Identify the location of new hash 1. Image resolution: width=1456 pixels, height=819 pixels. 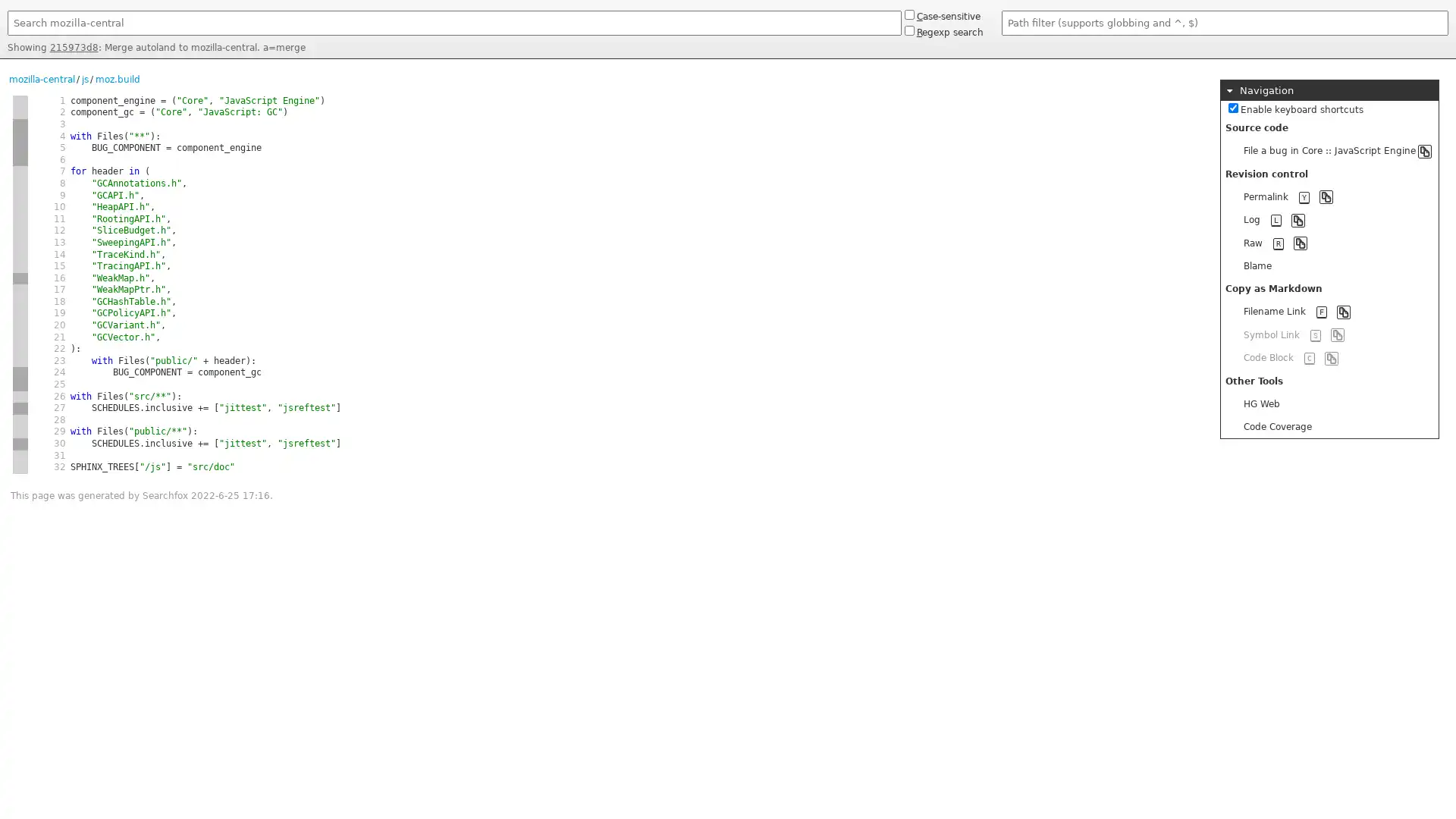
(20, 100).